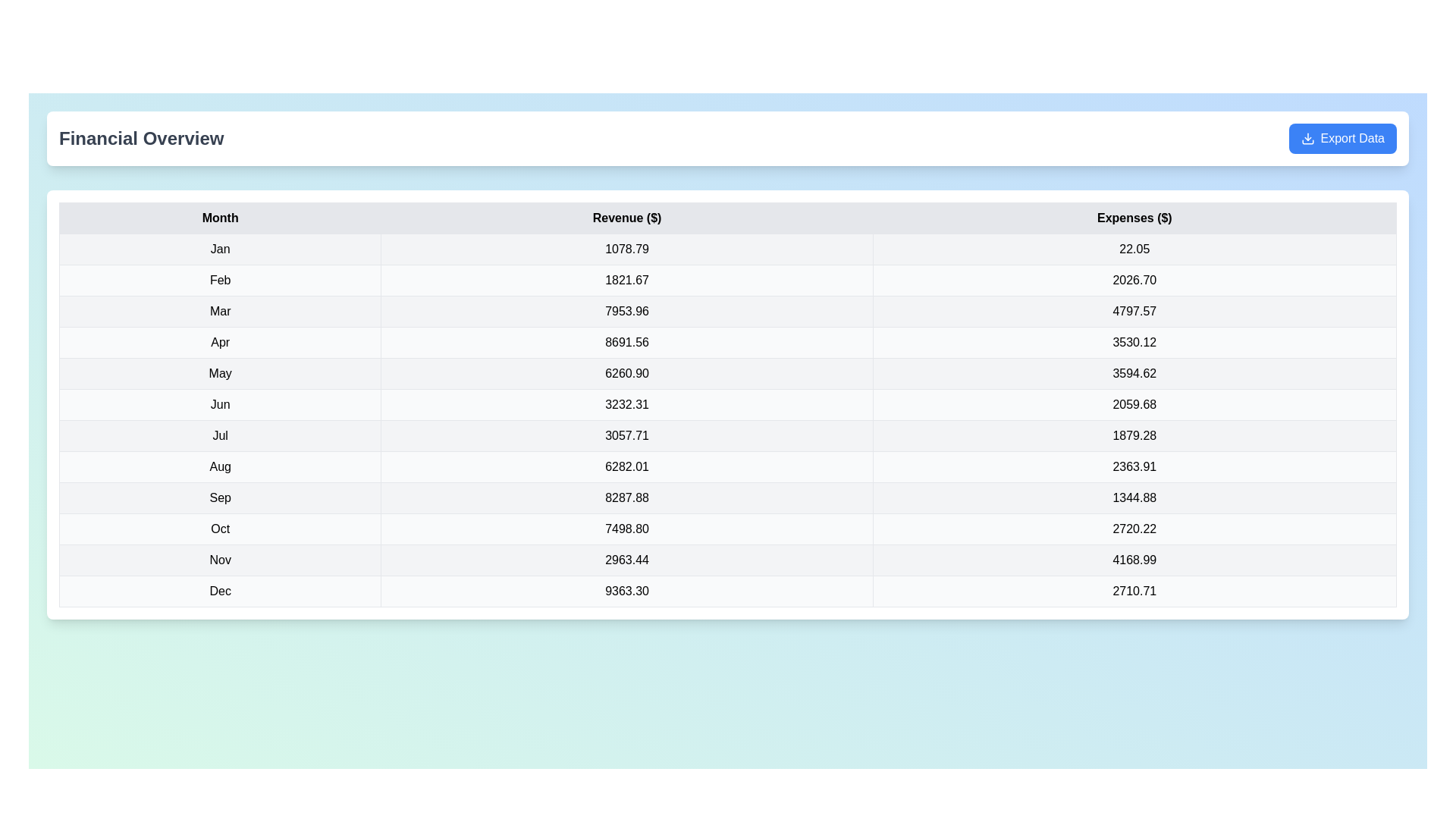  Describe the element at coordinates (627, 218) in the screenshot. I see `the column header labeled 'Revenue ($)' to sort the table by that column` at that location.